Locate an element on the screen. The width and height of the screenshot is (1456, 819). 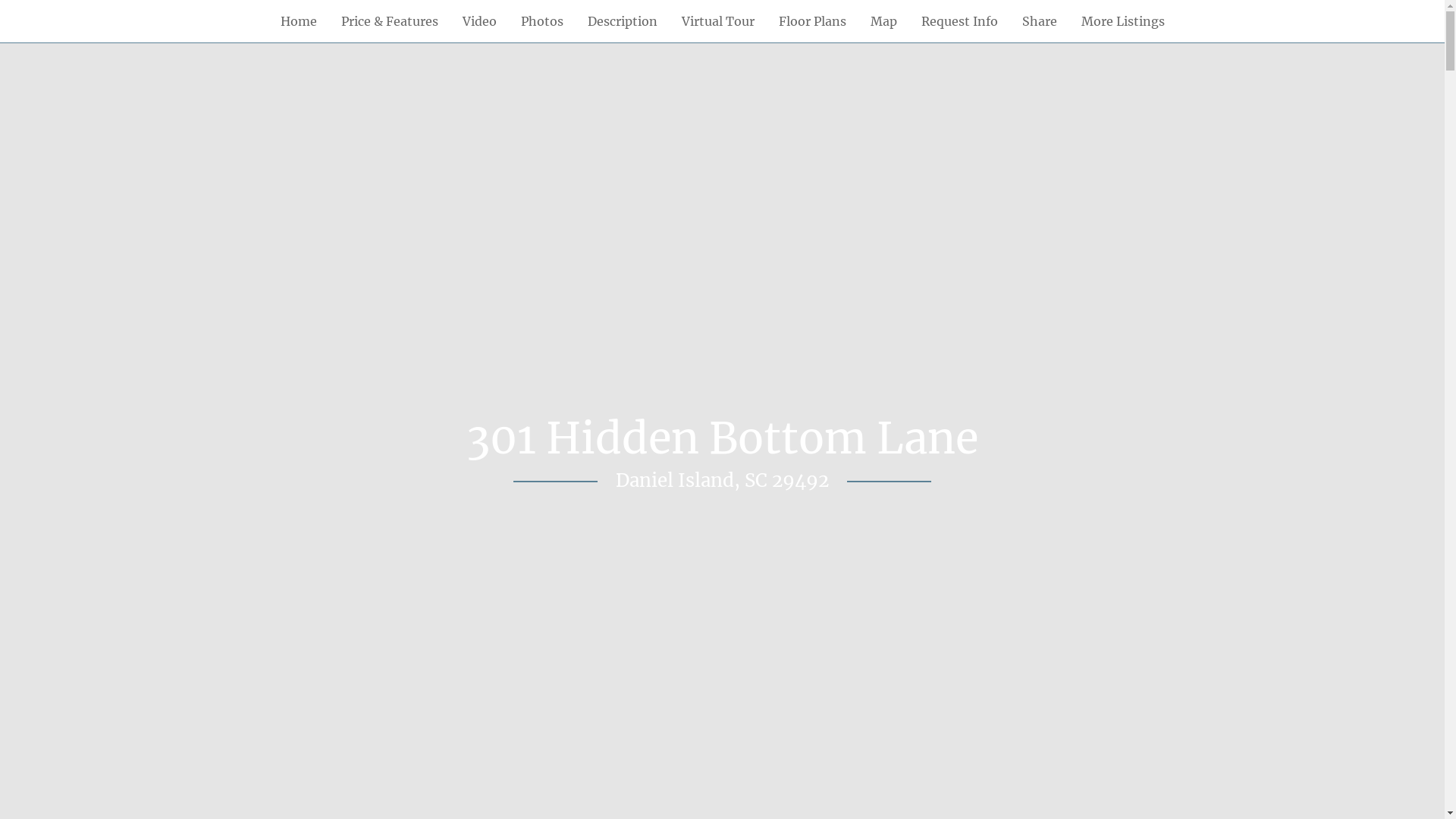
'Floor Plans' is located at coordinates (765, 20).